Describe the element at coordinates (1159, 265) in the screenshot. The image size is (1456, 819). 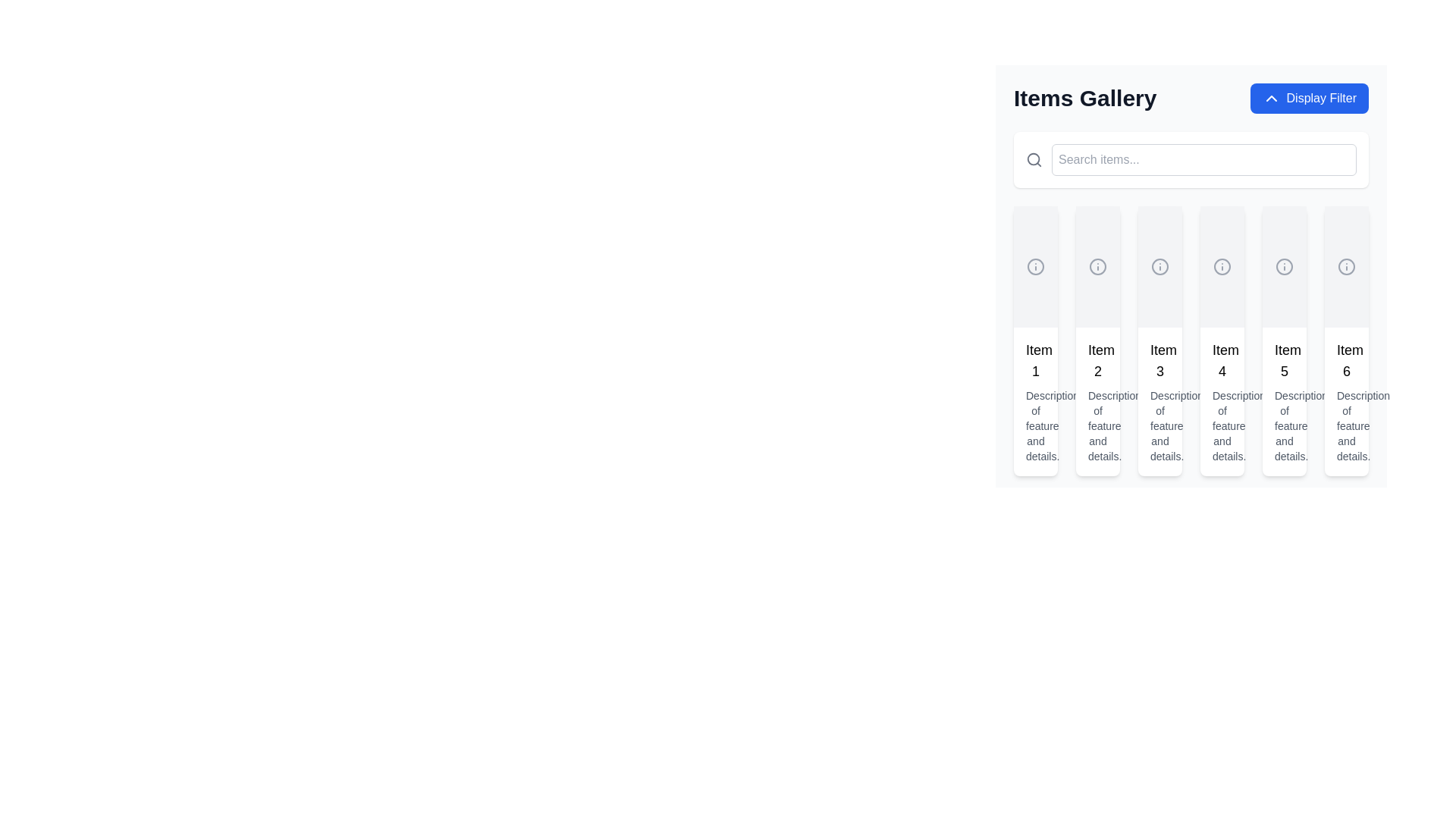
I see `information icon located in the upper section of the card labeled 'Item 3', which features a circular icon with a thin gray outline and an 'i' shape in the center` at that location.